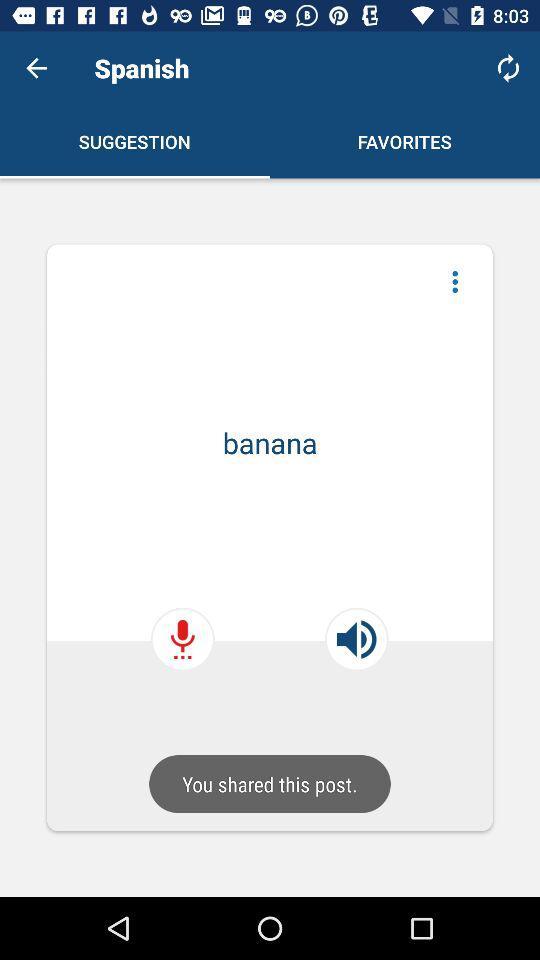 This screenshot has width=540, height=960. I want to click on refresh icon which is at top right corner of the web page, so click(508, 68).